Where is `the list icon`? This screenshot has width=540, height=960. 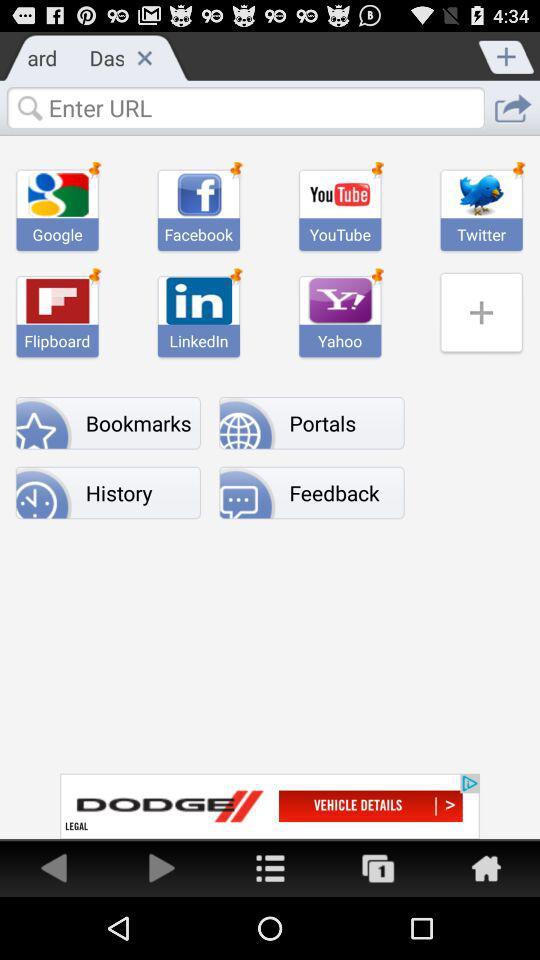
the list icon is located at coordinates (270, 928).